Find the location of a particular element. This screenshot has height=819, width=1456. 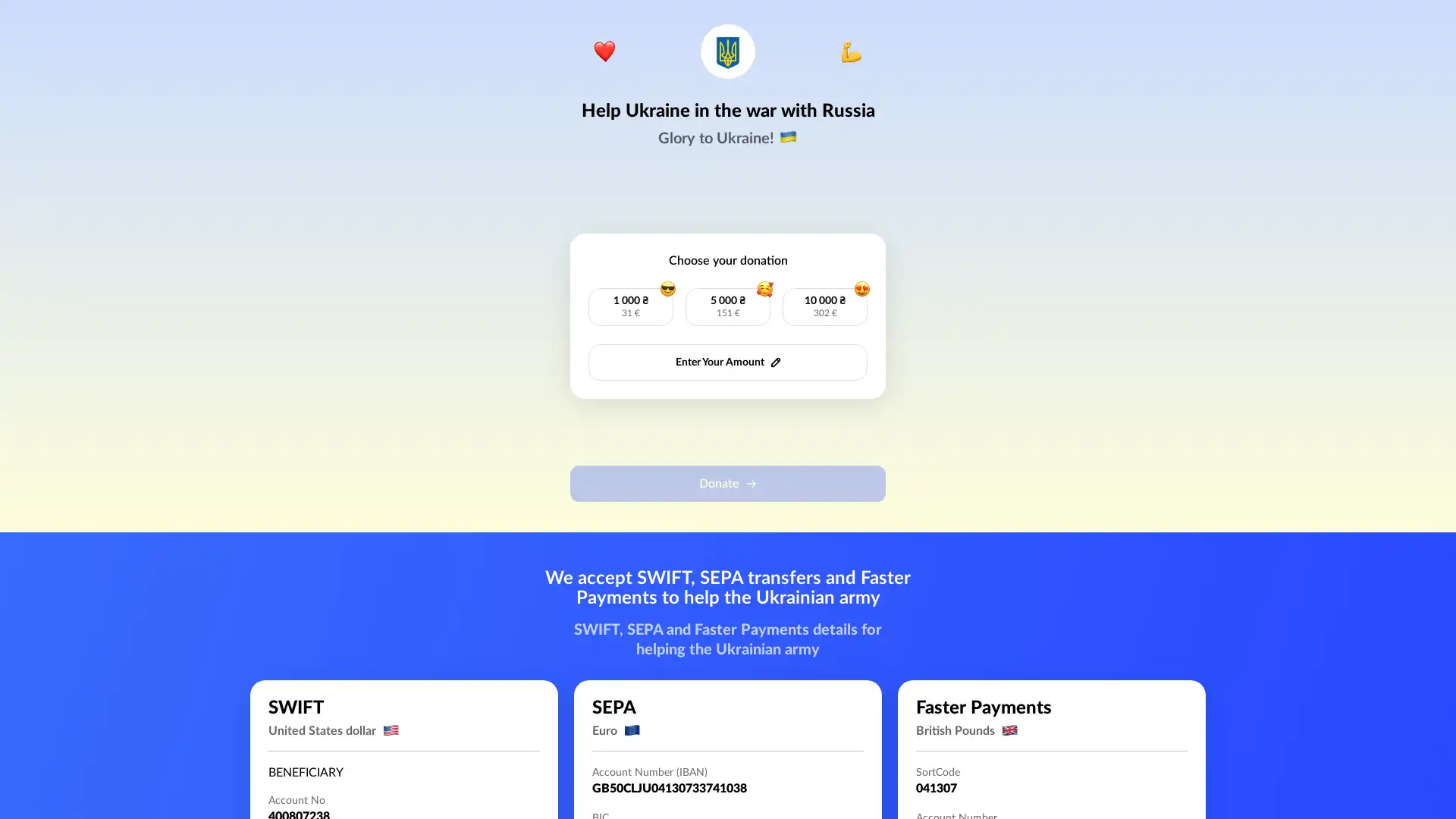

Donate is located at coordinates (728, 483).